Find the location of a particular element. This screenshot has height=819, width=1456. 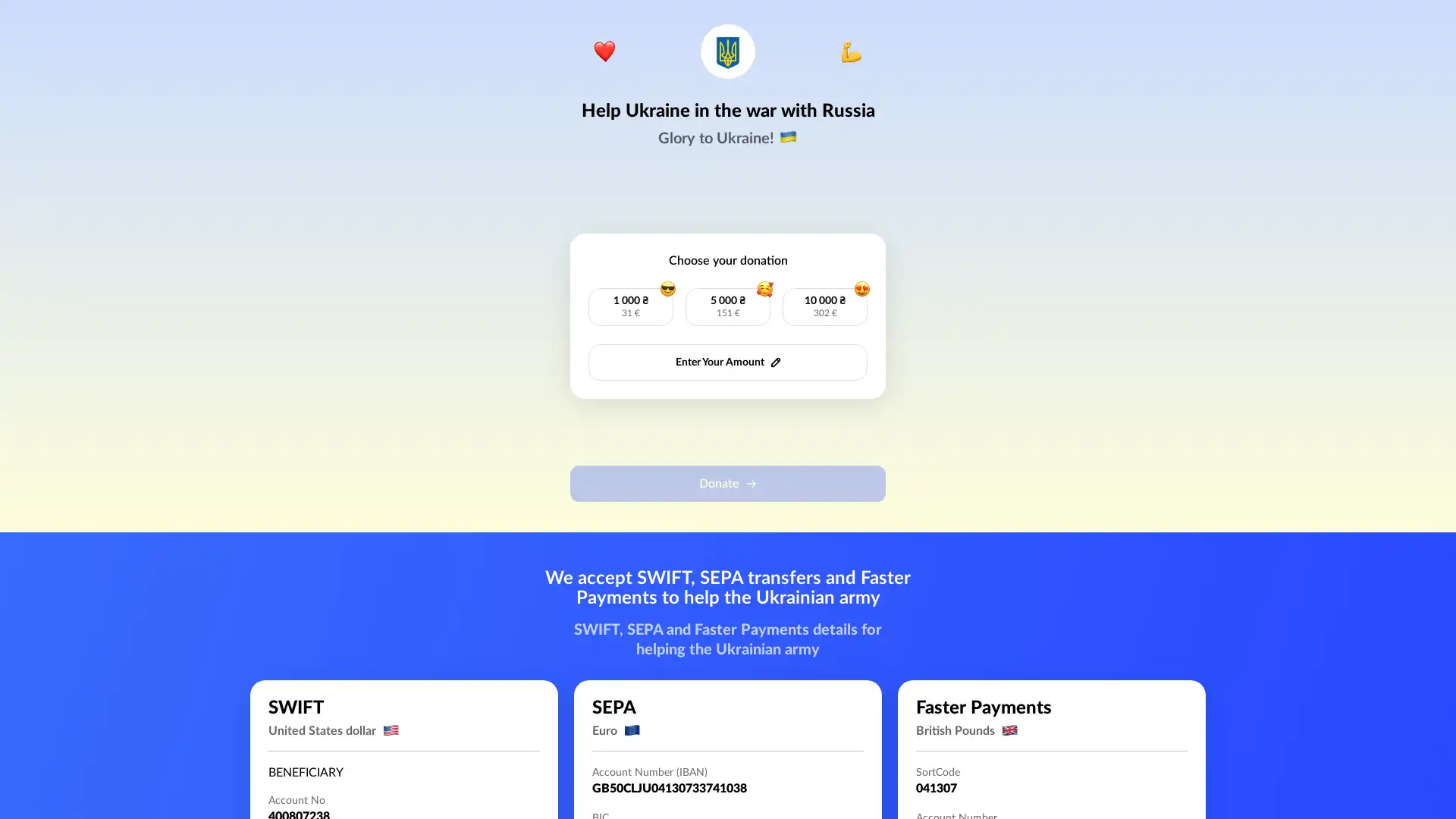

Donate is located at coordinates (728, 483).